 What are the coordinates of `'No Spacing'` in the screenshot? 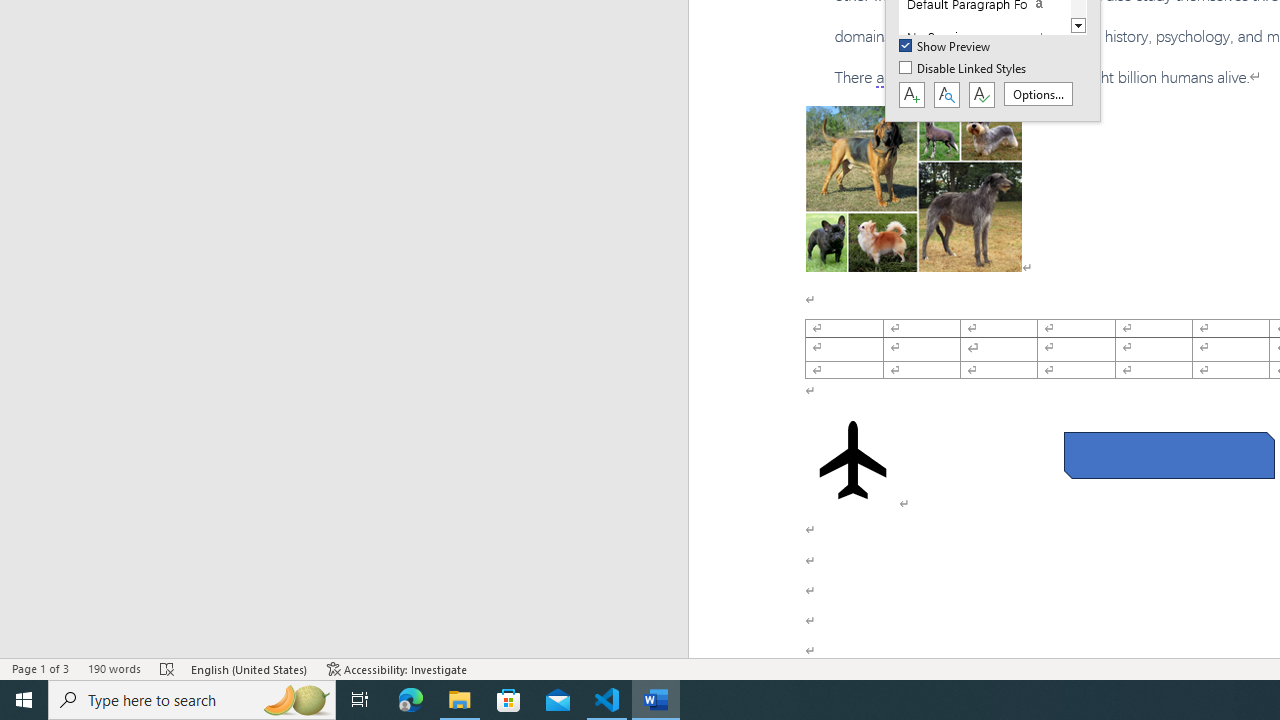 It's located at (984, 37).